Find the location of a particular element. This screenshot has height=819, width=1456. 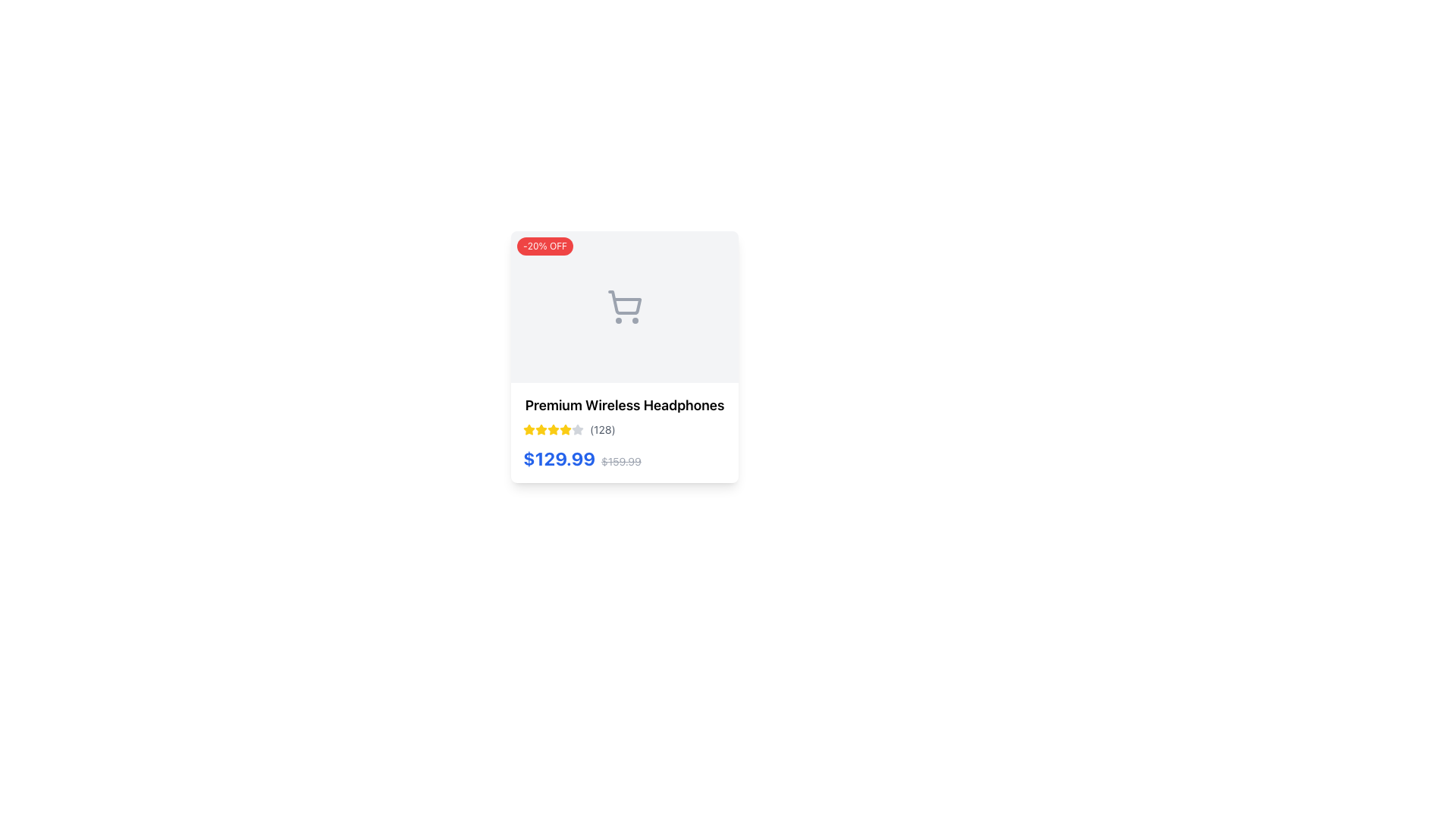

the shopping cart icon, which is a minimalistic outline design with a thin gray stroke is located at coordinates (625, 302).